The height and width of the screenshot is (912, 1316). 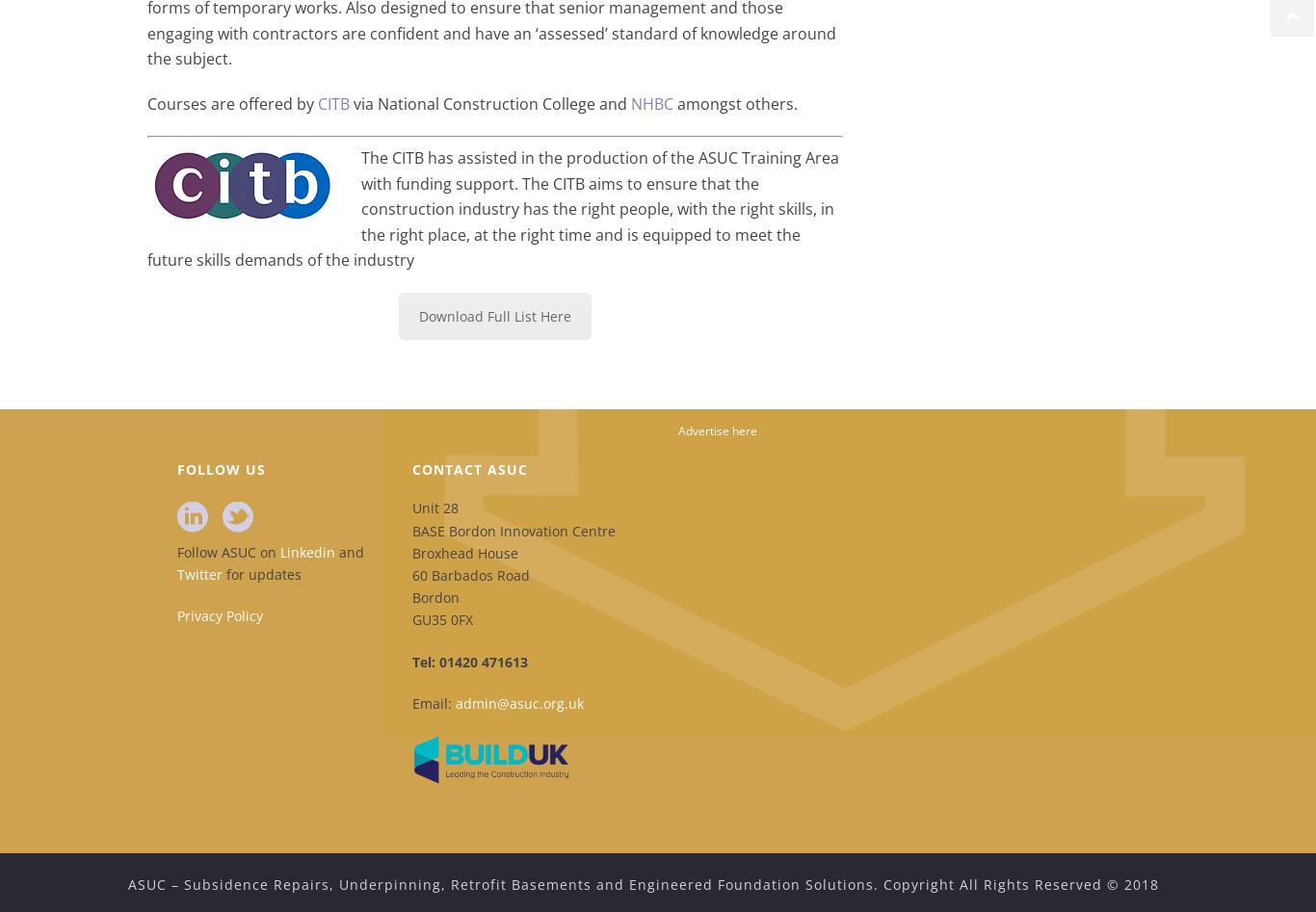 I want to click on 'NHBC', so click(x=650, y=102).